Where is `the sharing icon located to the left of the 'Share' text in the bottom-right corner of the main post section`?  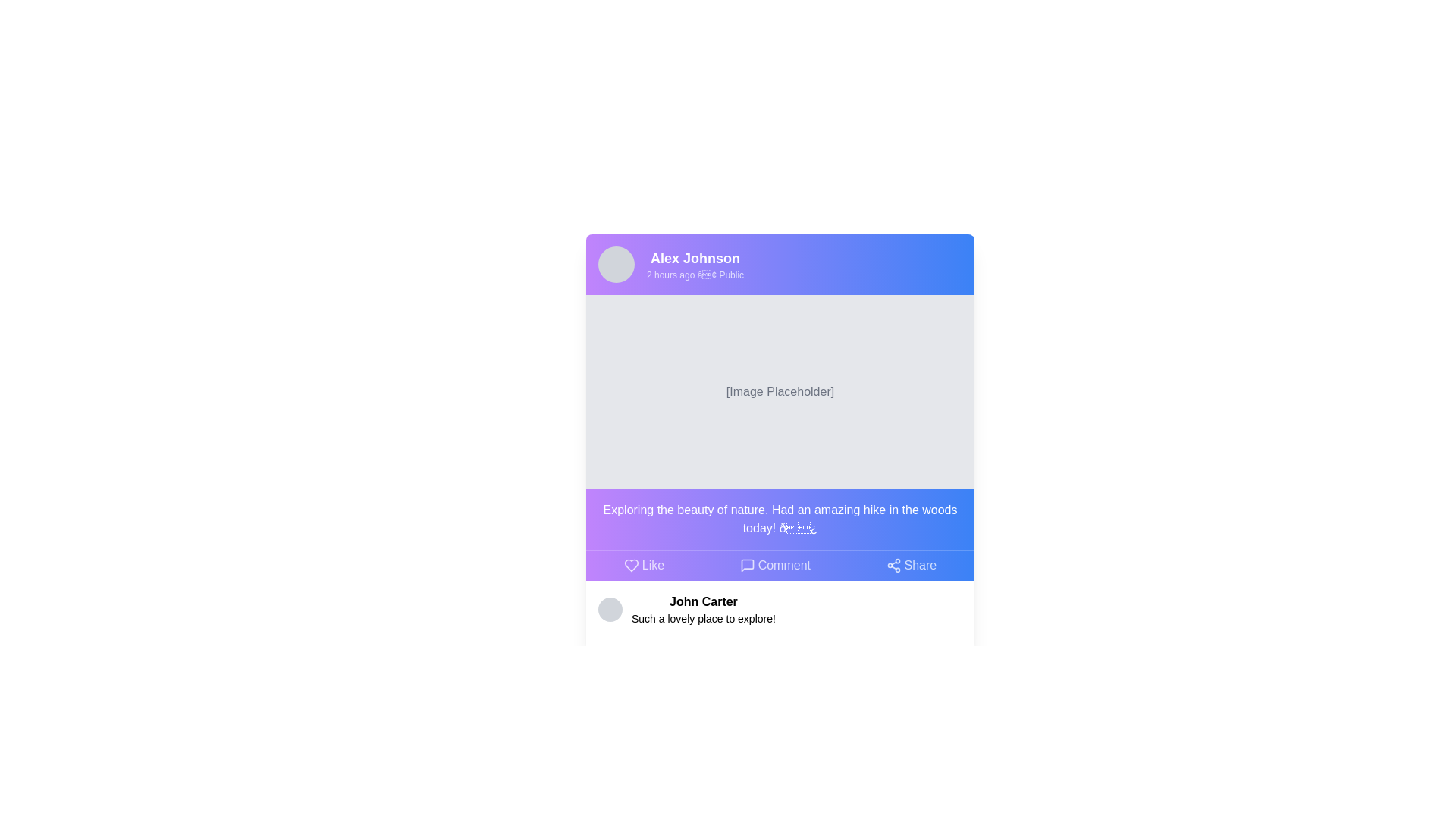 the sharing icon located to the left of the 'Share' text in the bottom-right corner of the main post section is located at coordinates (893, 565).